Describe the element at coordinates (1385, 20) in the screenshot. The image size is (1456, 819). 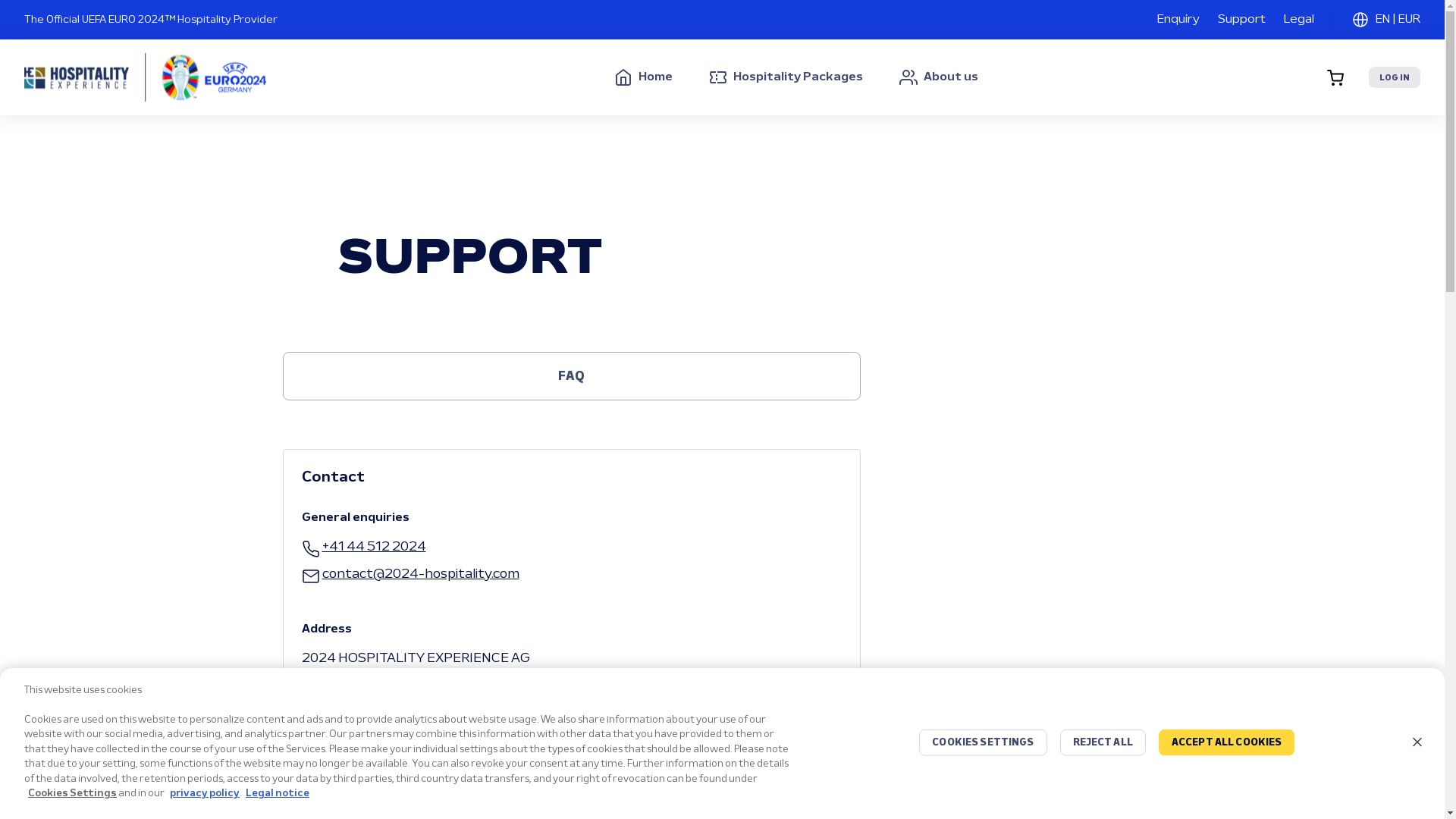
I see `'EN | EUR'` at that location.